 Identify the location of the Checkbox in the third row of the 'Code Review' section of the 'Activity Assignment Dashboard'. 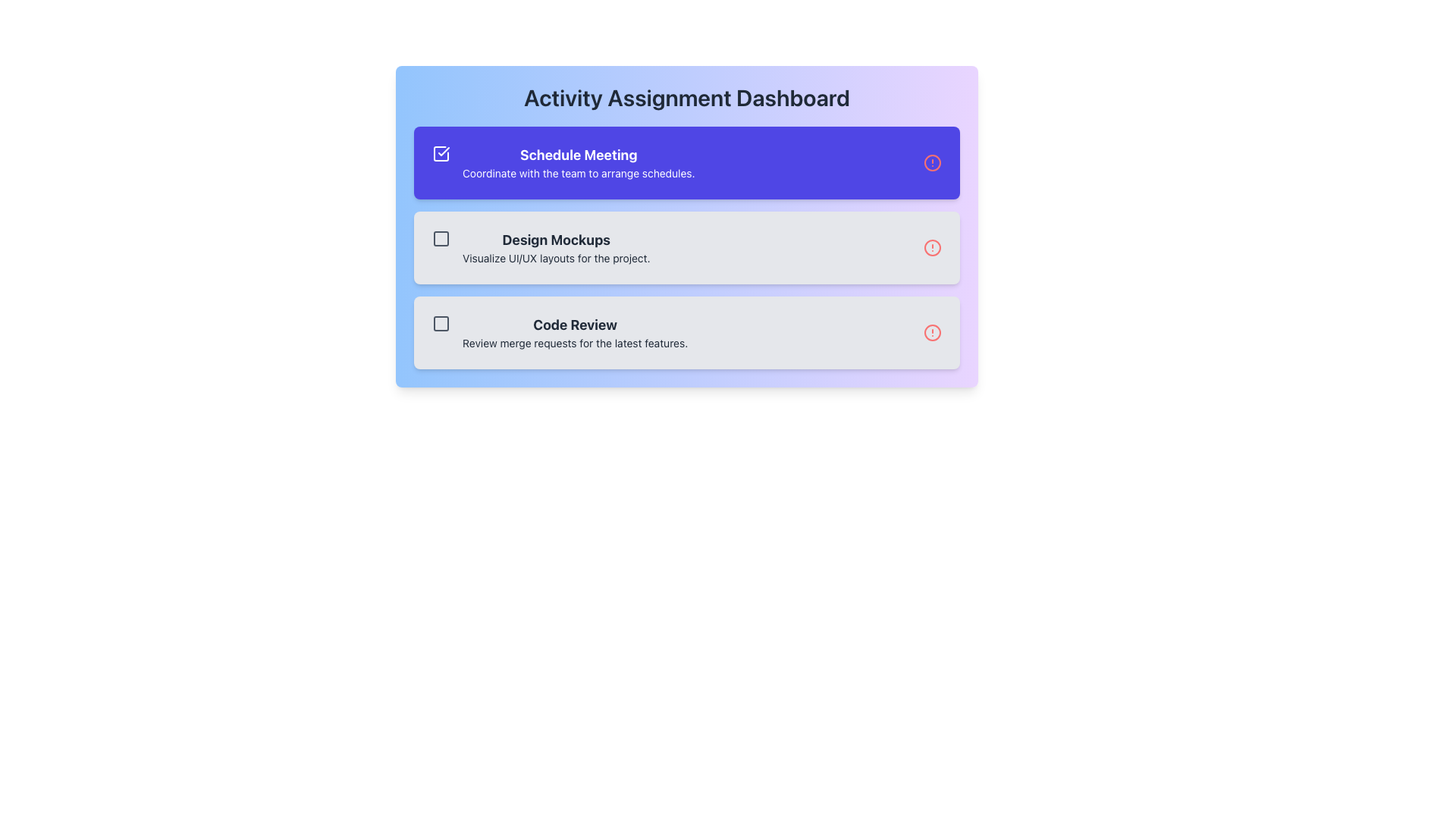
(440, 323).